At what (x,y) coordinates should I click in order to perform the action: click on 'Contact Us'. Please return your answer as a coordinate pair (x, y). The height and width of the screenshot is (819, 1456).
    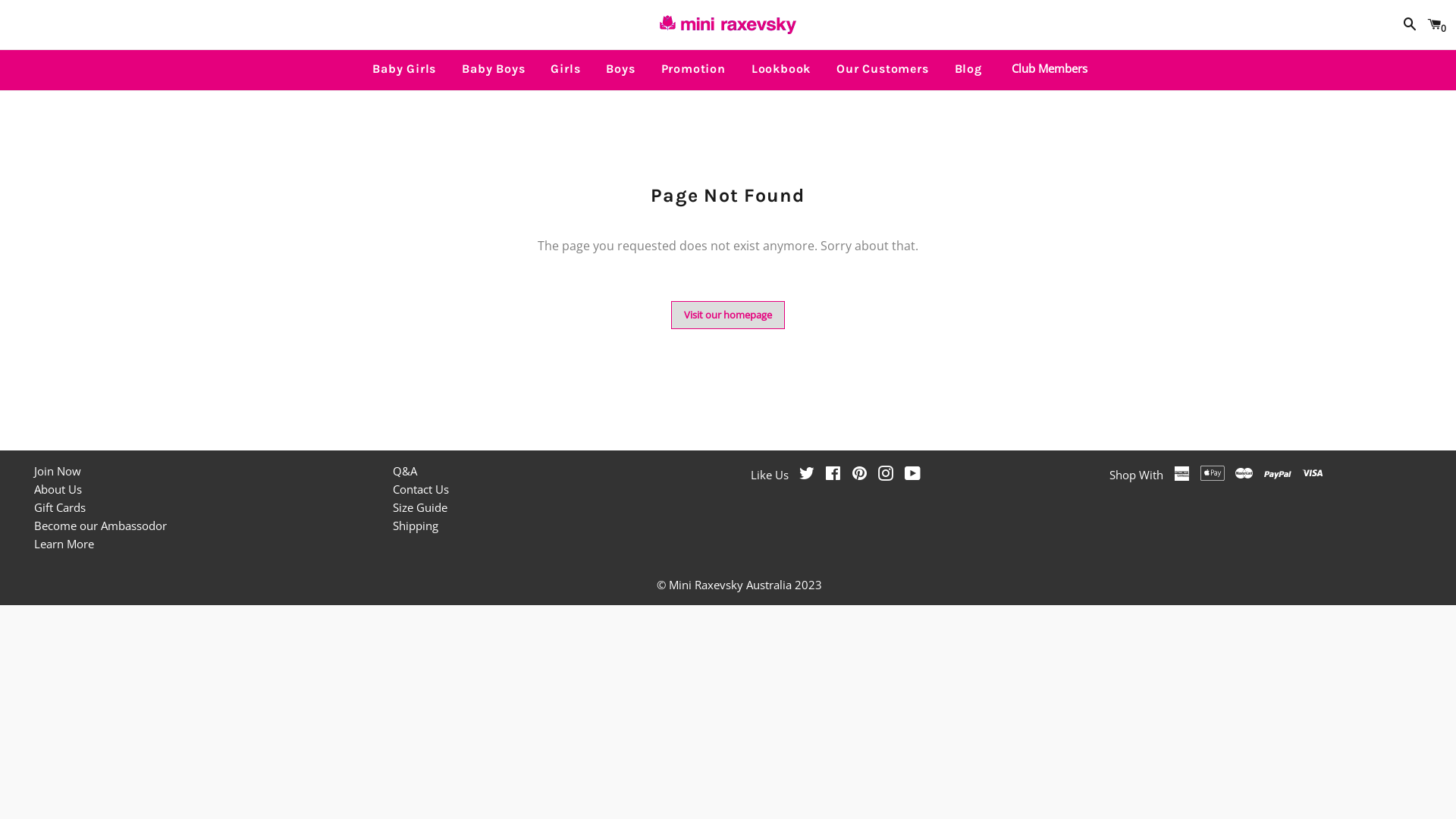
    Looking at the image, I should click on (393, 488).